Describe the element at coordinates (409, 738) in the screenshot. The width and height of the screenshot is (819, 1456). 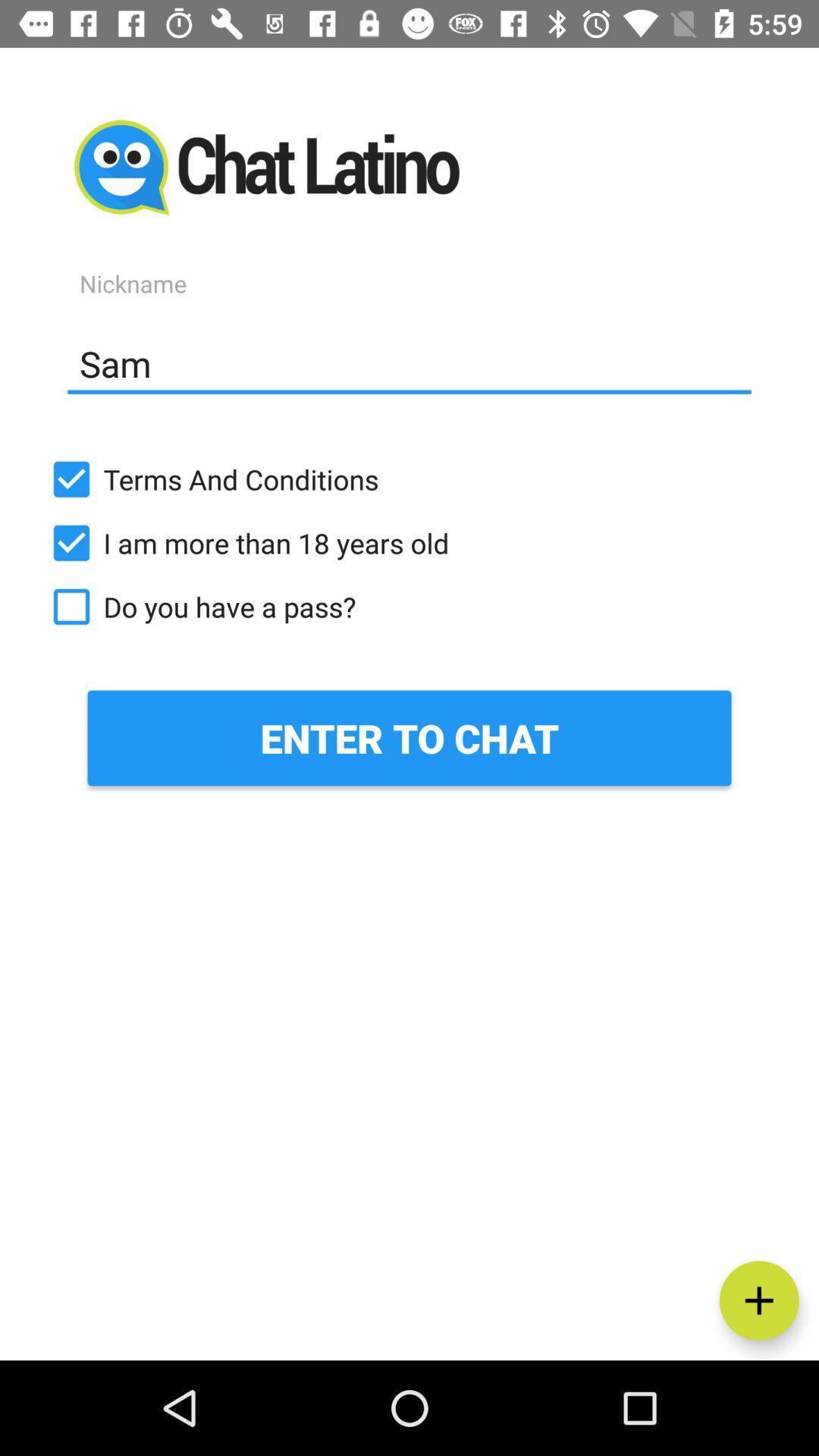
I see `enter to chat` at that location.